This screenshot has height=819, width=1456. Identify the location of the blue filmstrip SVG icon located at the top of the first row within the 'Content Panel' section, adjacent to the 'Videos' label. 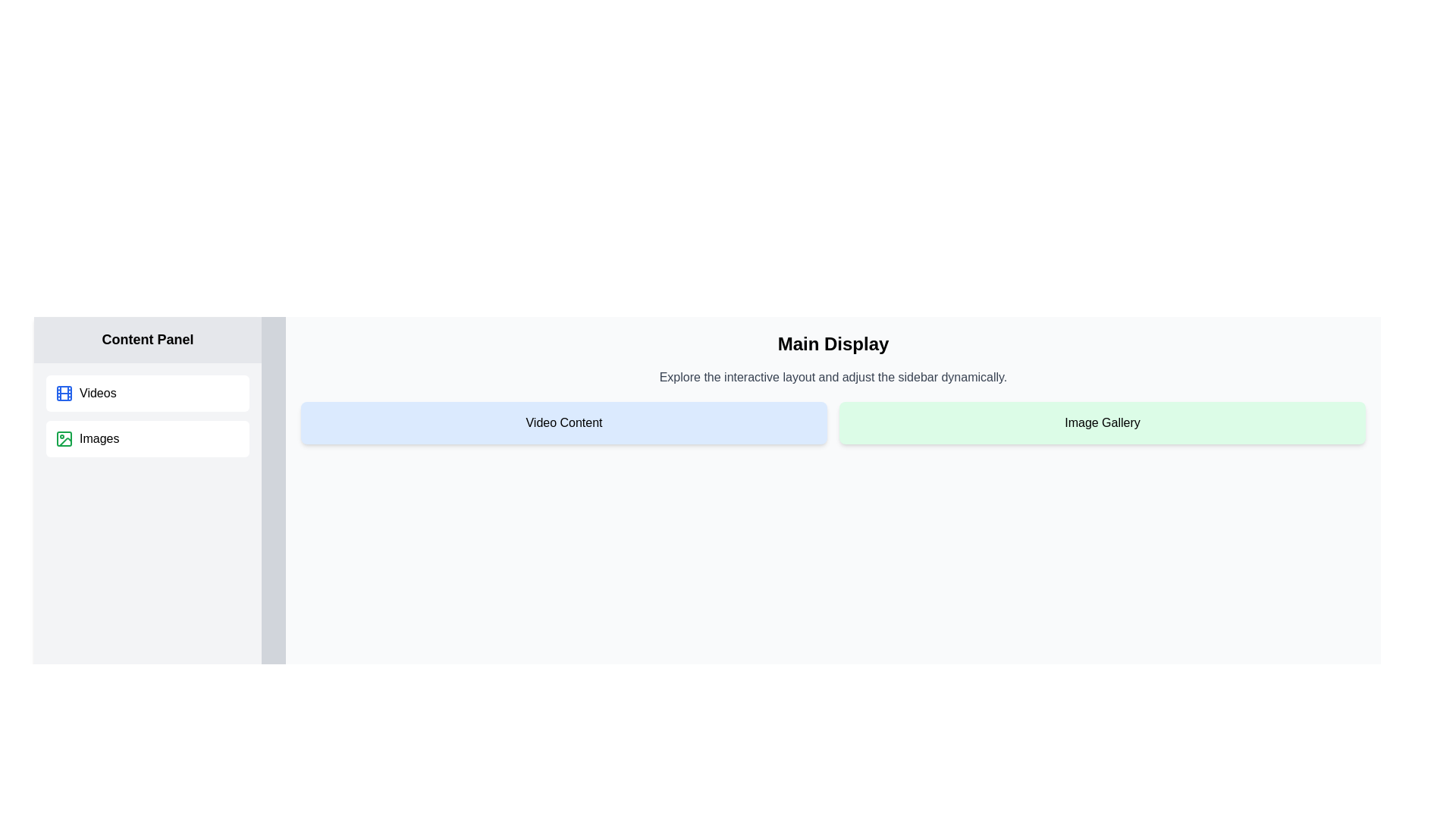
(64, 393).